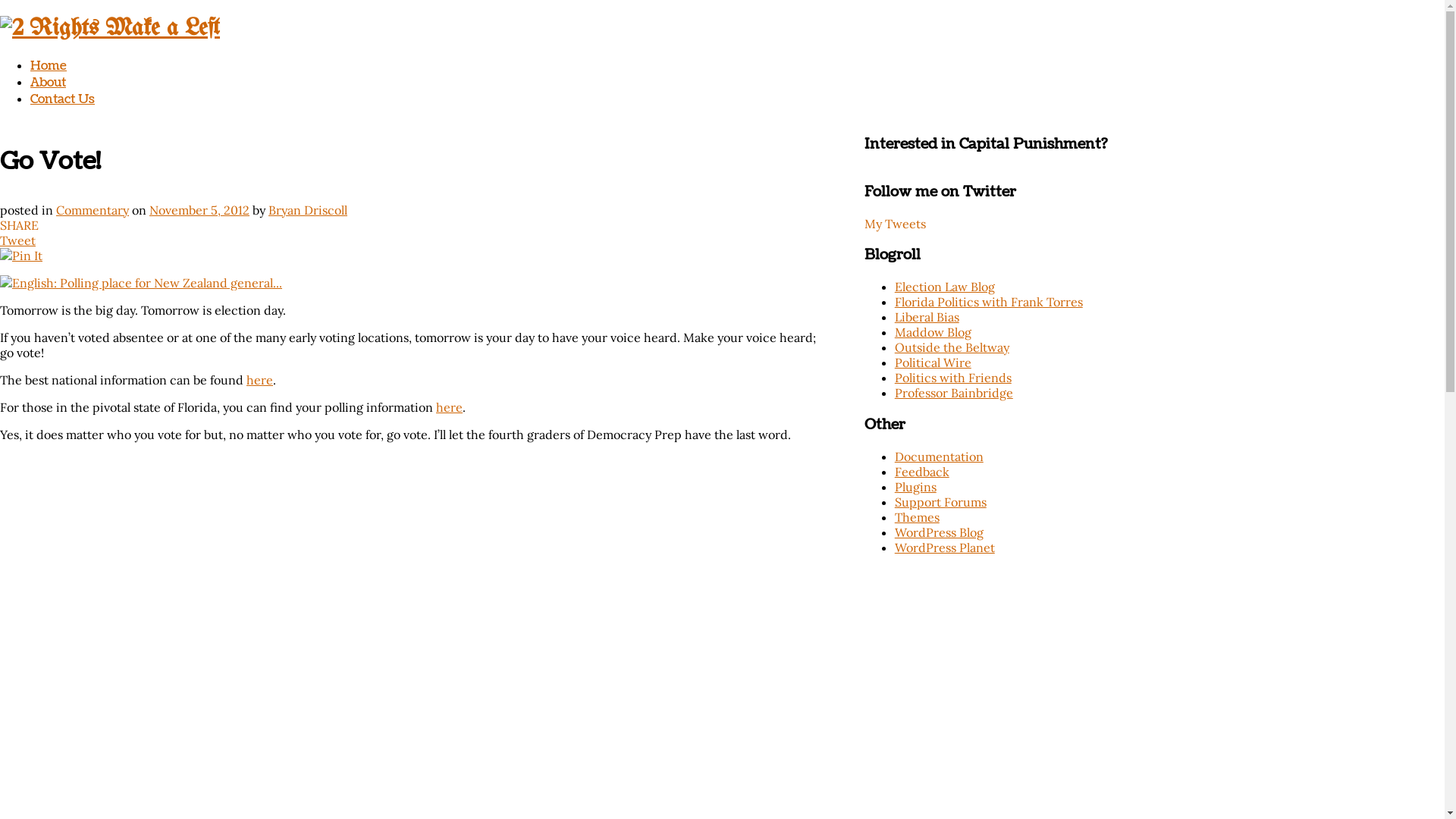 The image size is (1456, 819). Describe the element at coordinates (895, 331) in the screenshot. I see `'Maddow Blog'` at that location.